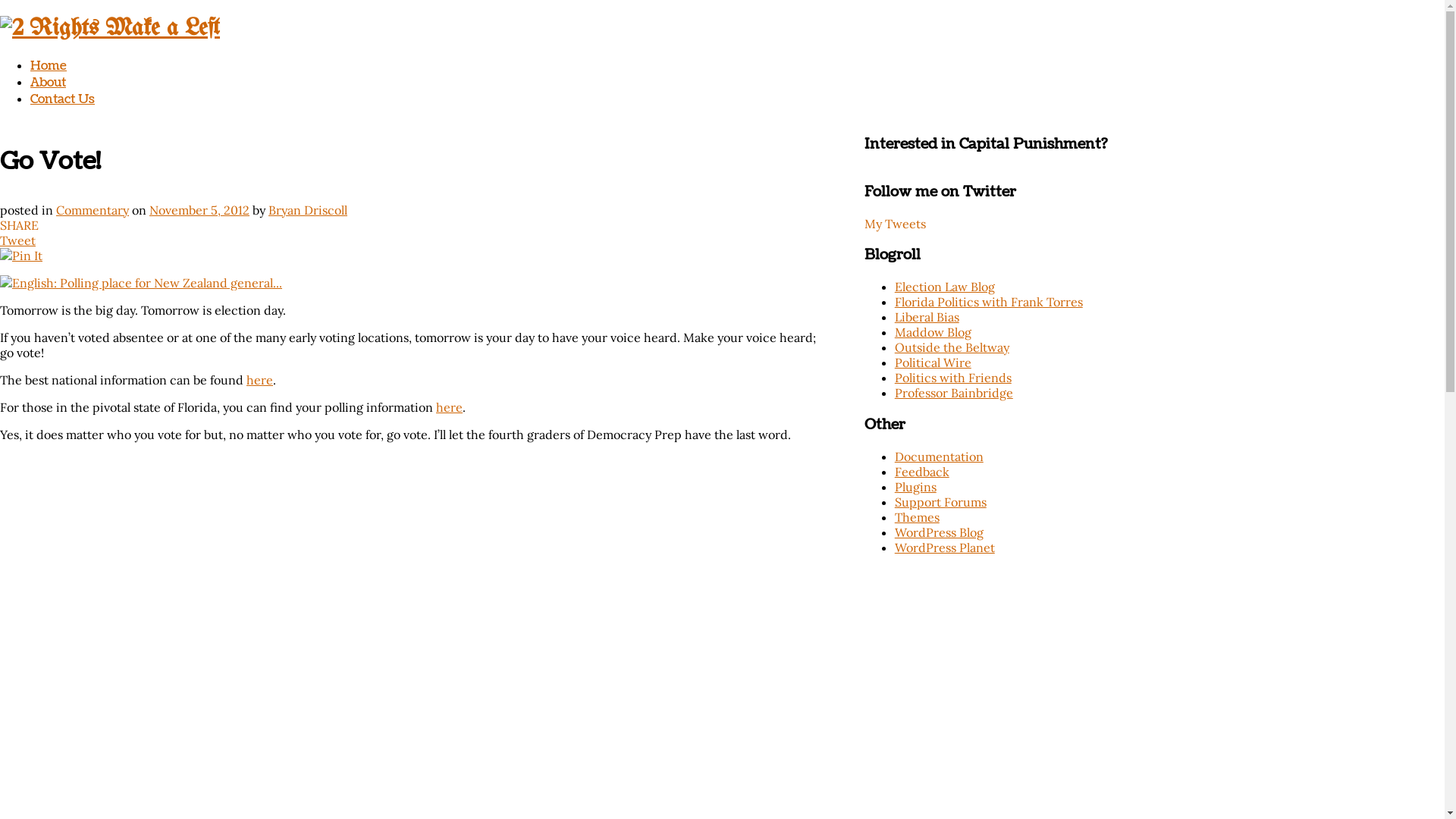 The image size is (1456, 819). Describe the element at coordinates (895, 331) in the screenshot. I see `'Maddow Blog'` at that location.